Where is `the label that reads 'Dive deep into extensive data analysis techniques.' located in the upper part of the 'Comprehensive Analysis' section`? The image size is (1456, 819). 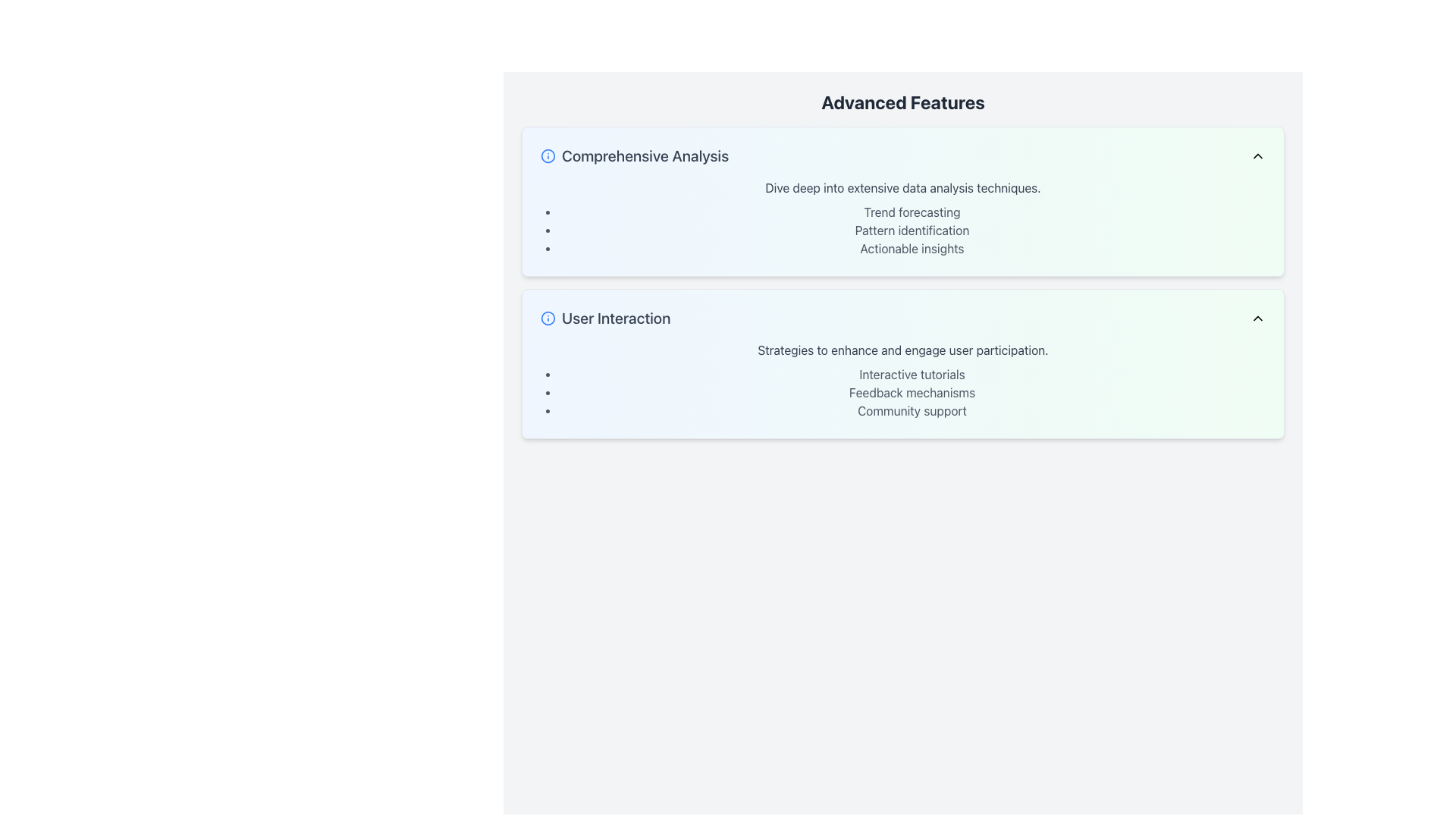 the label that reads 'Dive deep into extensive data analysis techniques.' located in the upper part of the 'Comprehensive Analysis' section is located at coordinates (902, 187).